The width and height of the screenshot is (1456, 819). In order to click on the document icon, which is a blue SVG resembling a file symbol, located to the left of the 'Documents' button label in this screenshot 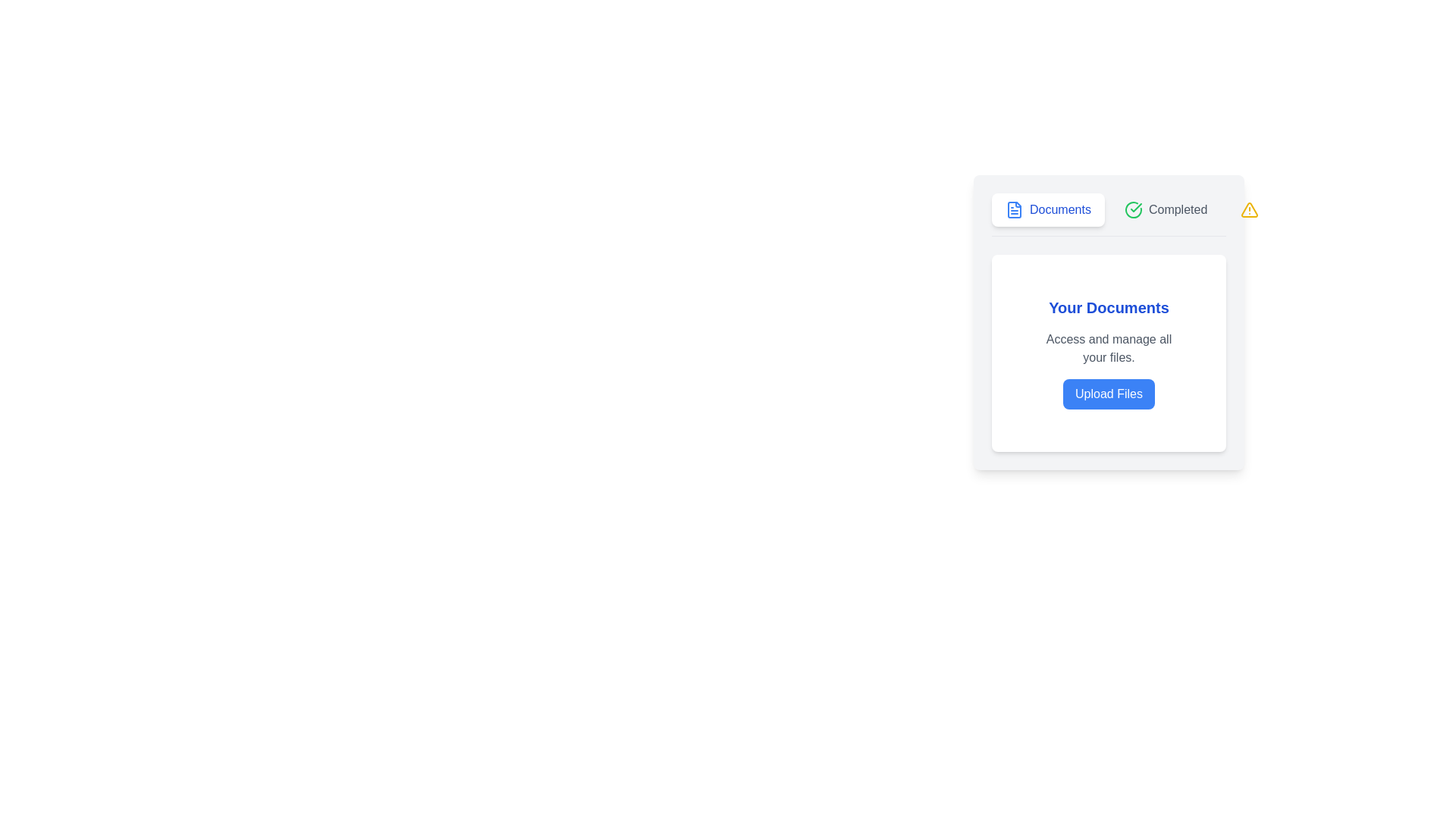, I will do `click(1015, 210)`.